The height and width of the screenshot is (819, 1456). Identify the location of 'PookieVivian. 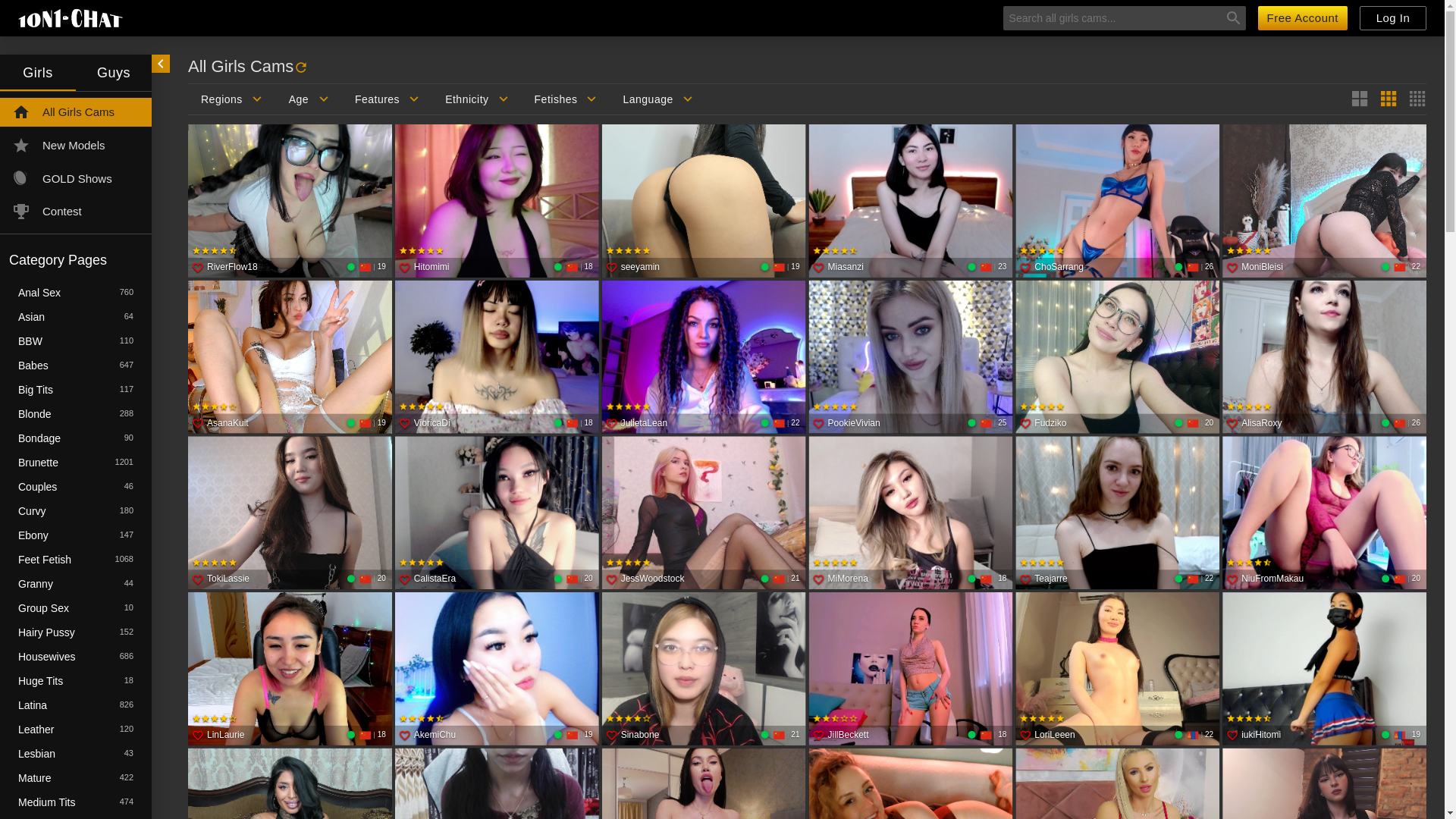
(910, 358).